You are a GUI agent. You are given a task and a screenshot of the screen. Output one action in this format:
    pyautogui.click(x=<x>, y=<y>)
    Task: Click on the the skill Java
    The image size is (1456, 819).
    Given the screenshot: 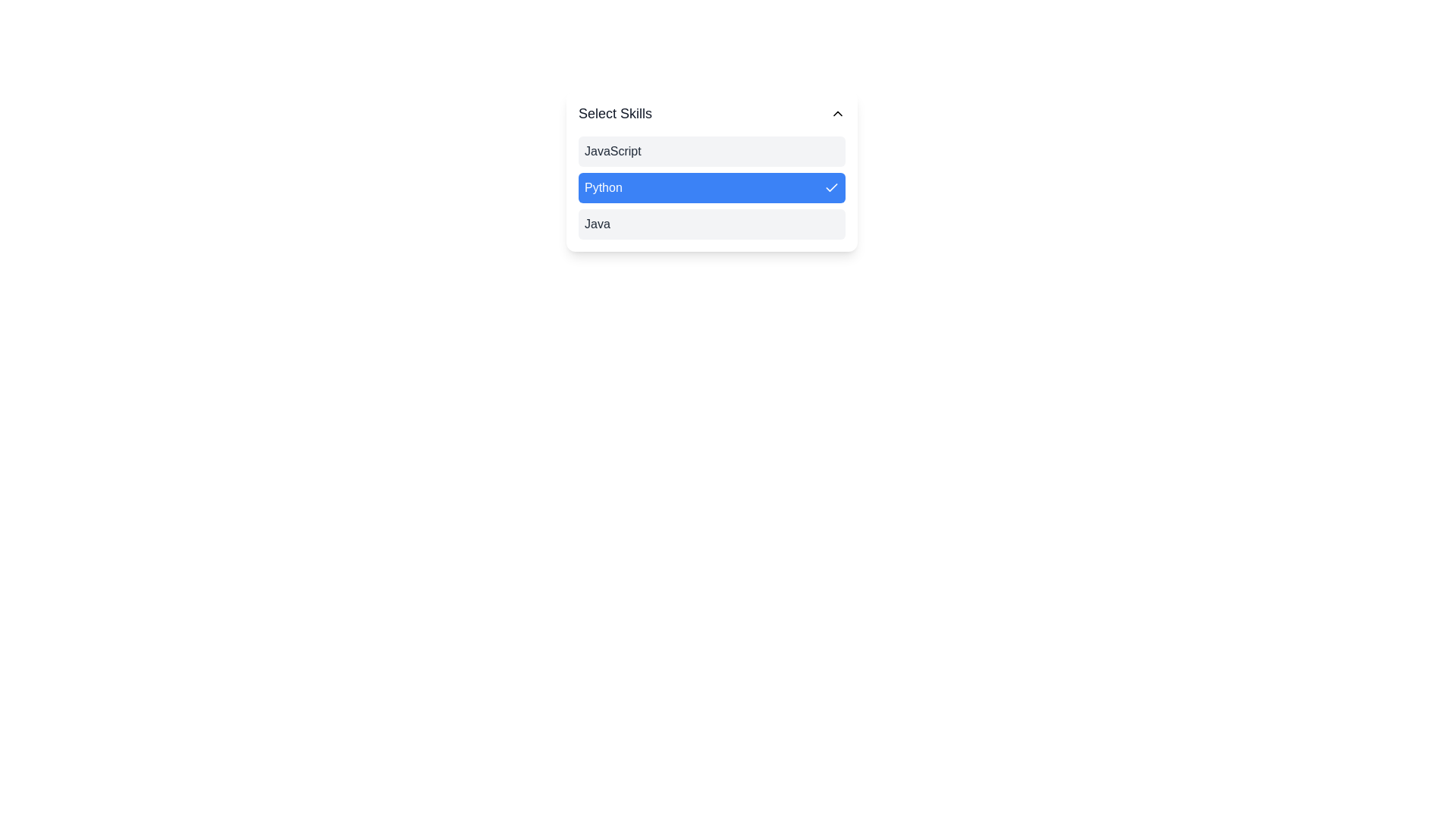 What is the action you would take?
    pyautogui.click(x=711, y=224)
    